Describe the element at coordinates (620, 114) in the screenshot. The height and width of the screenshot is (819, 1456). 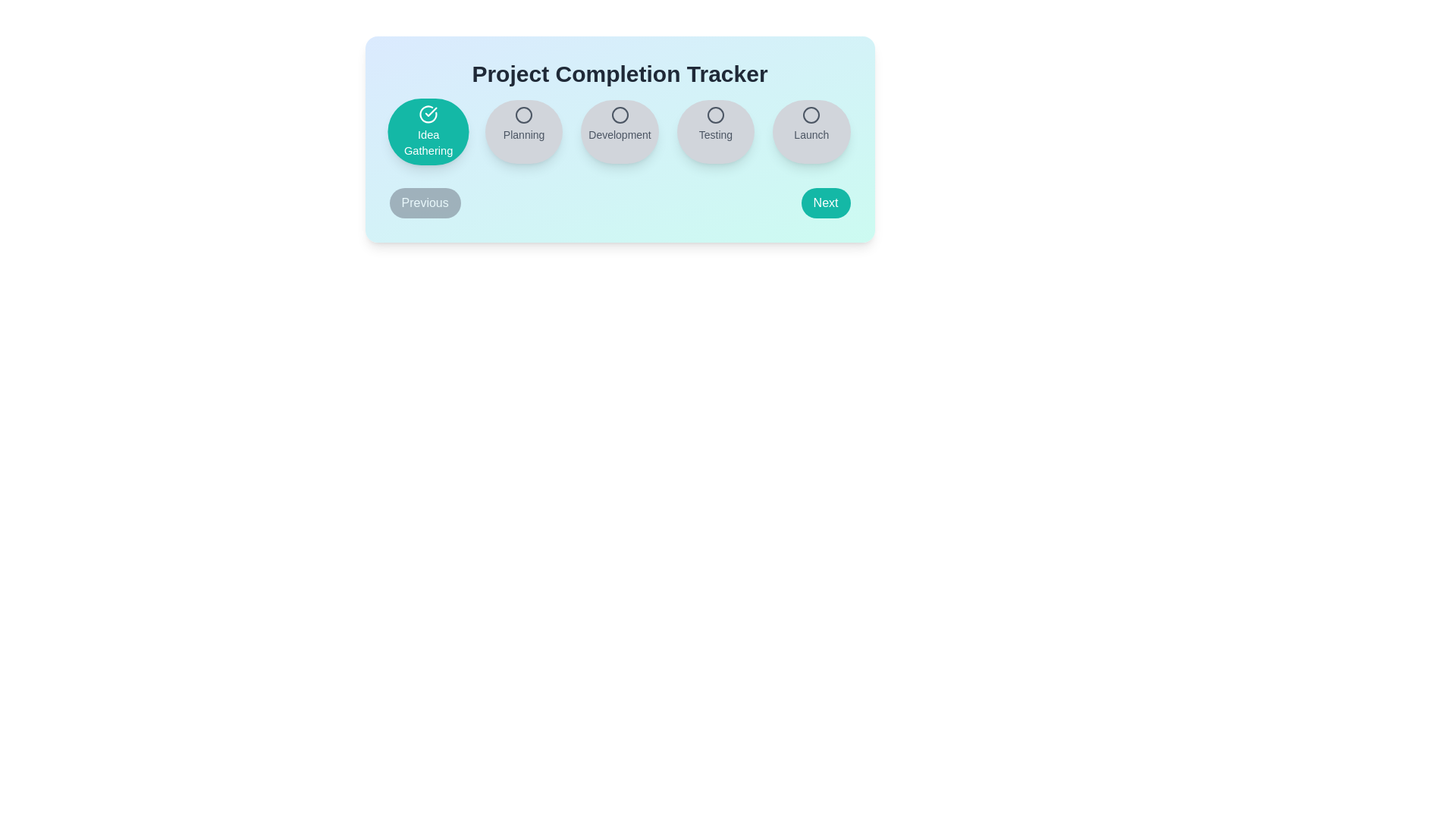
I see `the third circular project stage indicator labeled 'Development', which is styled with a stroke and has a hollow center` at that location.